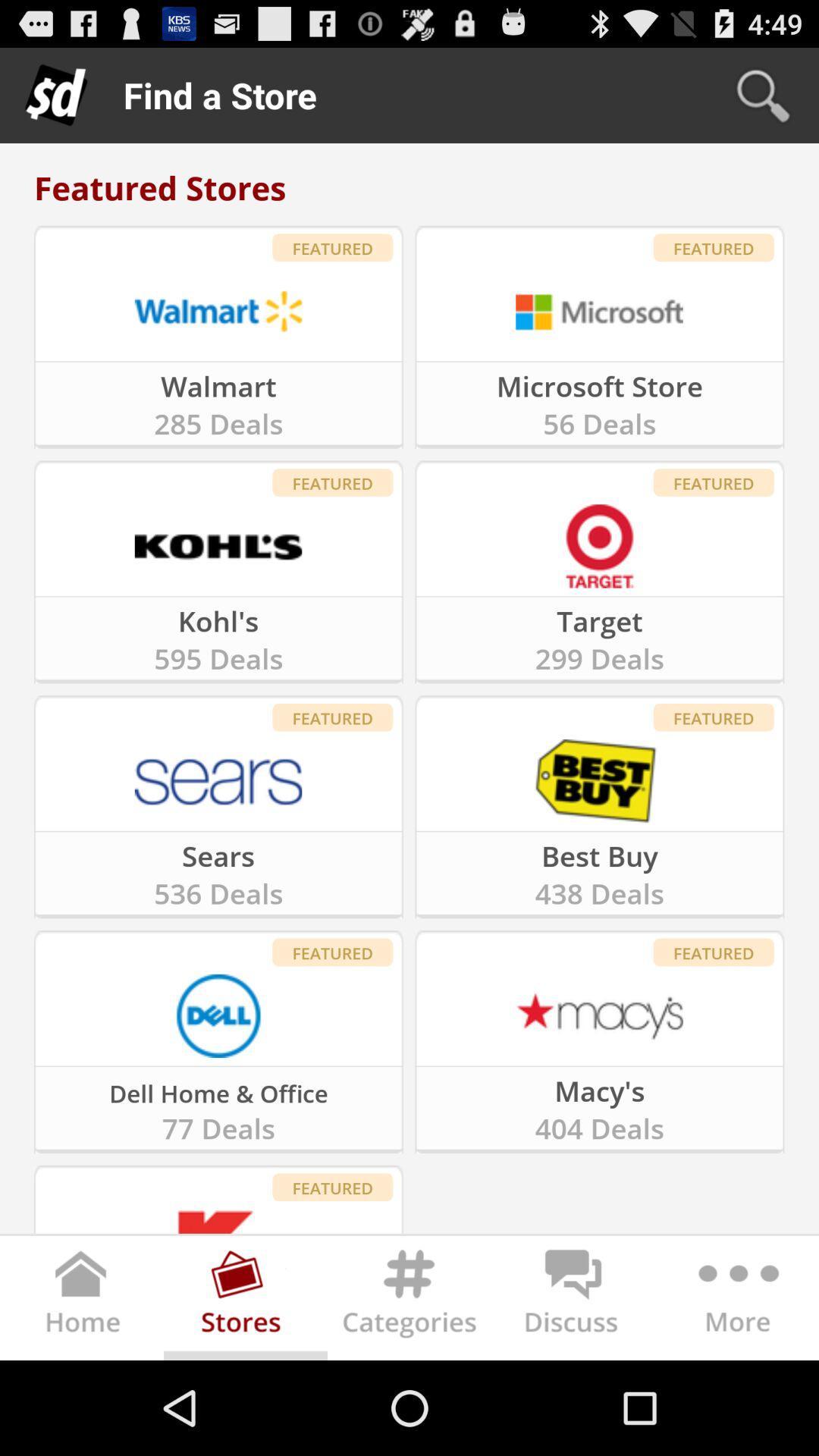 The width and height of the screenshot is (819, 1456). What do you see at coordinates (573, 1392) in the screenshot?
I see `the chat icon` at bounding box center [573, 1392].